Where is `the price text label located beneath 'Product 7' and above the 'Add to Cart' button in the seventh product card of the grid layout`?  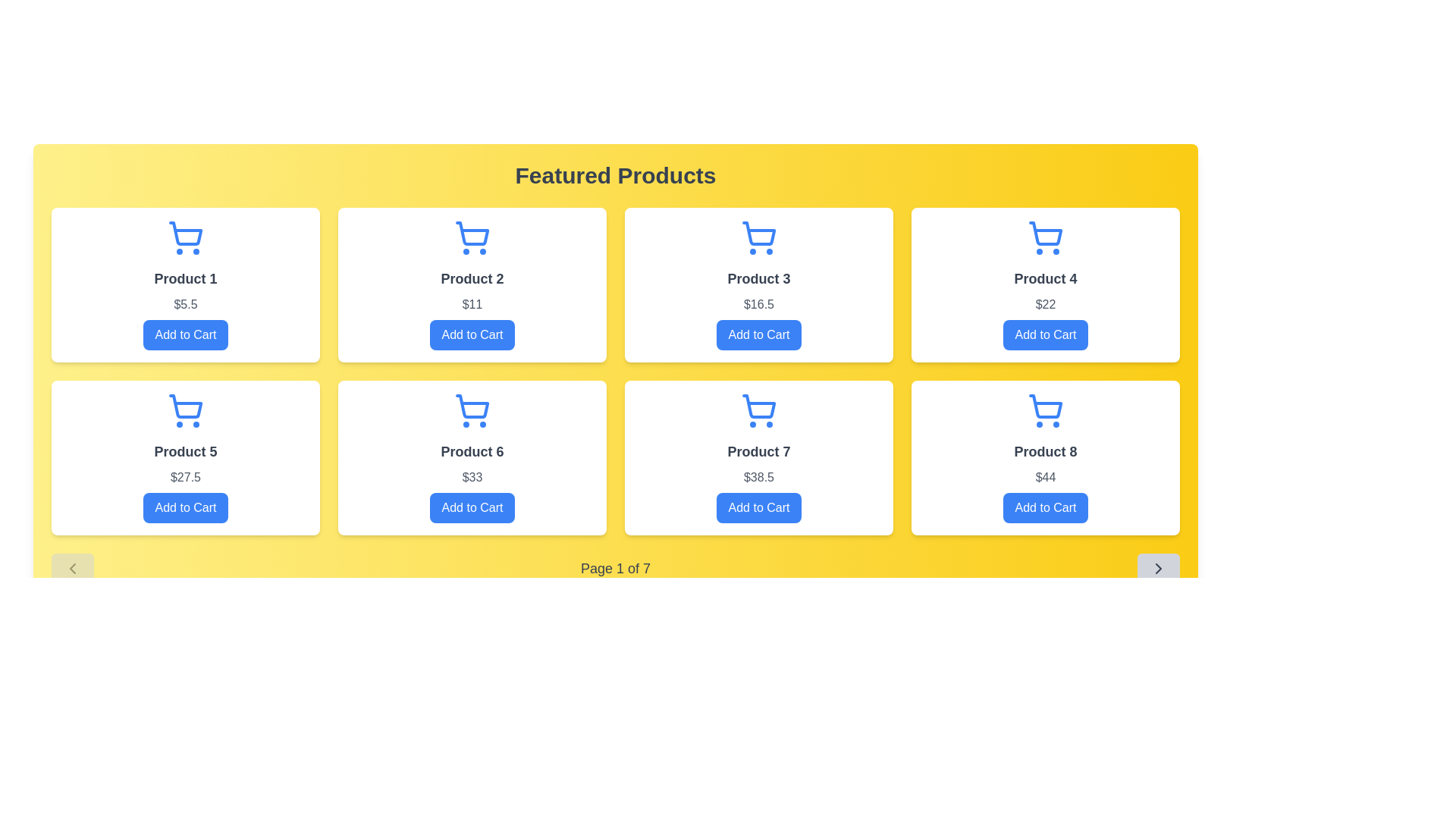 the price text label located beneath 'Product 7' and above the 'Add to Cart' button in the seventh product card of the grid layout is located at coordinates (759, 476).